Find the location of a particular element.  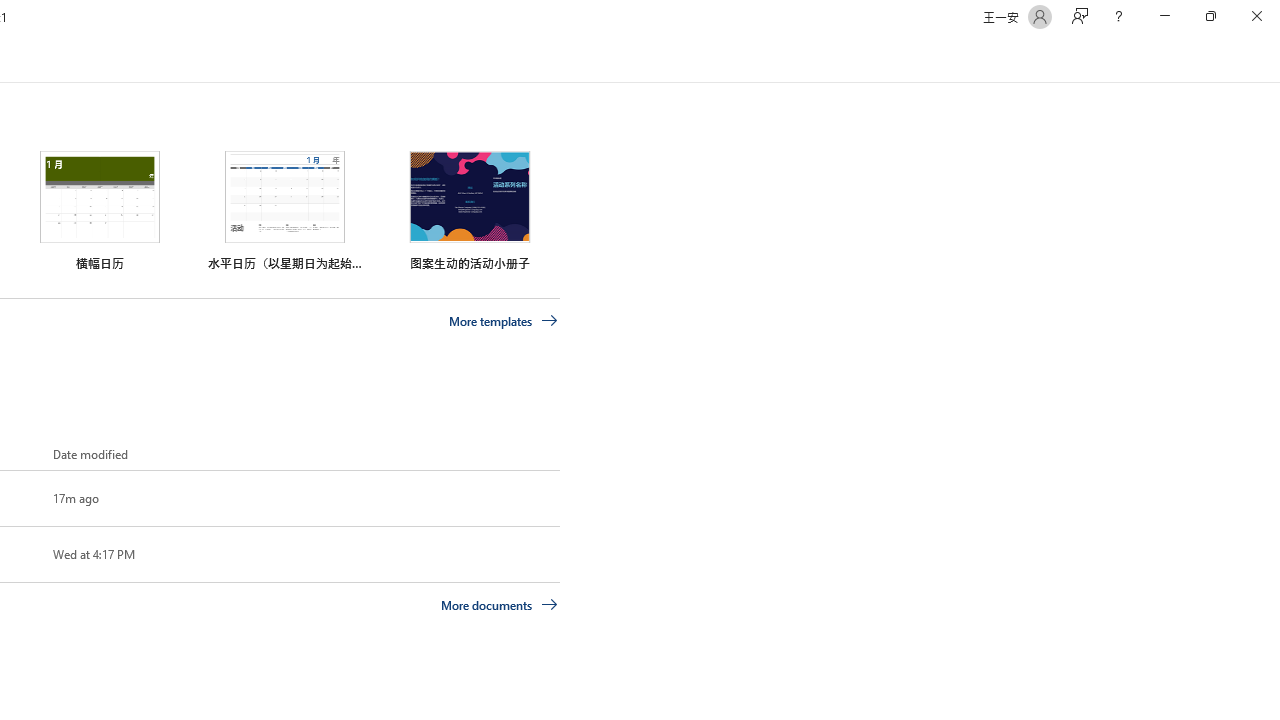

'More documents' is located at coordinates (499, 603).